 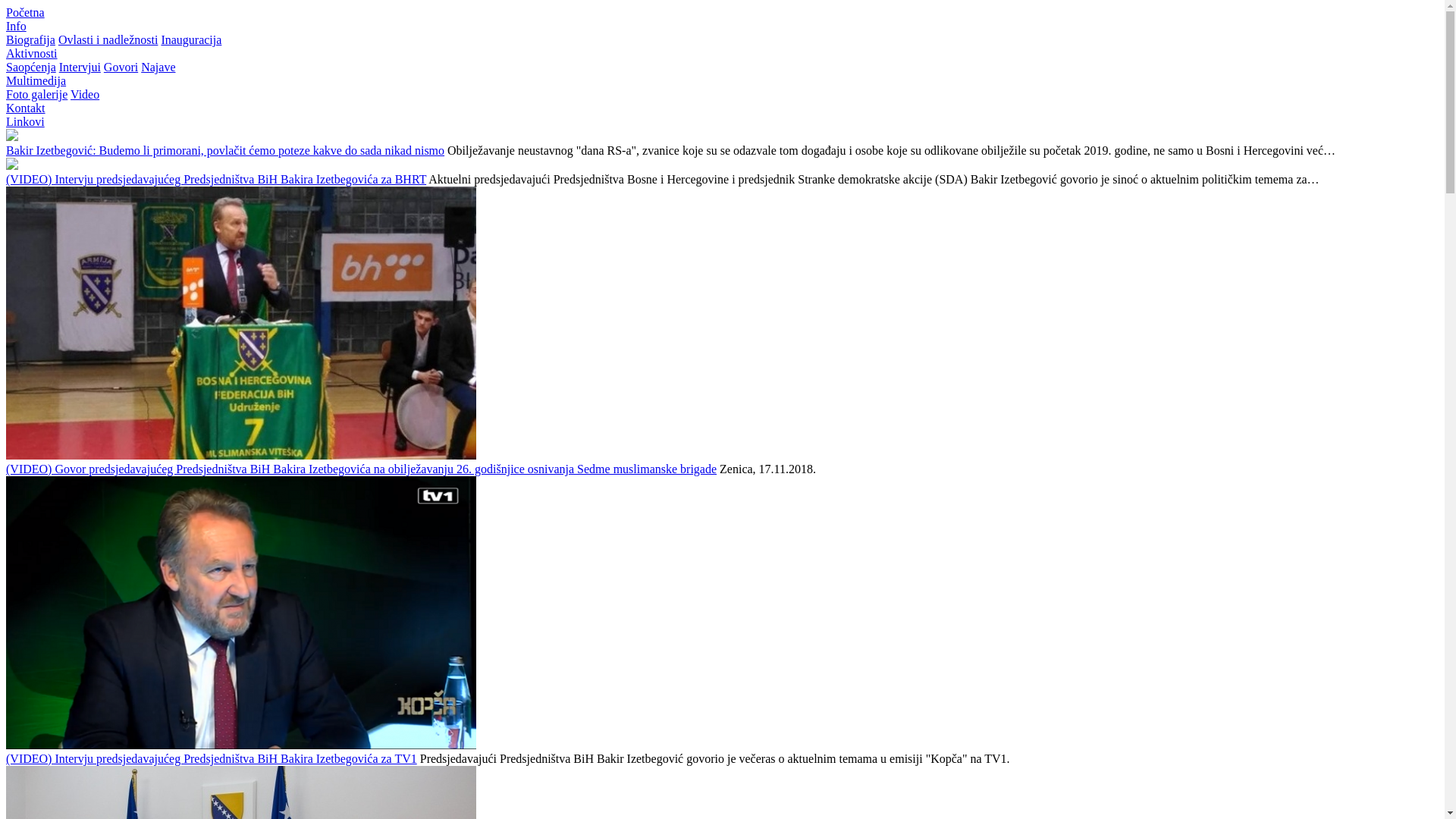 I want to click on 'Govori', so click(x=103, y=66).